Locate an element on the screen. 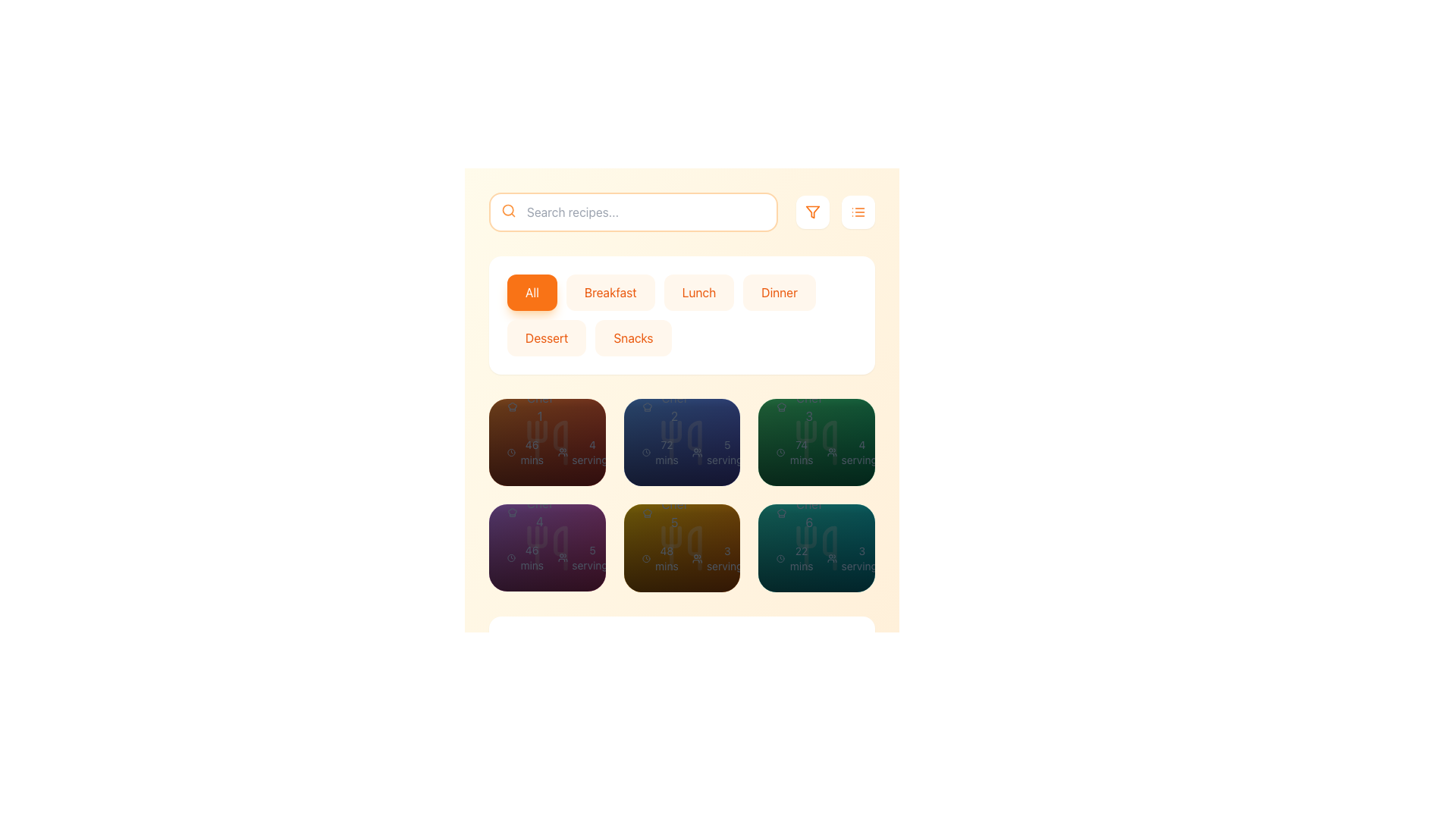 Image resolution: width=1456 pixels, height=819 pixels. the informational display component showing 'Recipe 3' and 'Chef 3' with a dark green background is located at coordinates (800, 385).